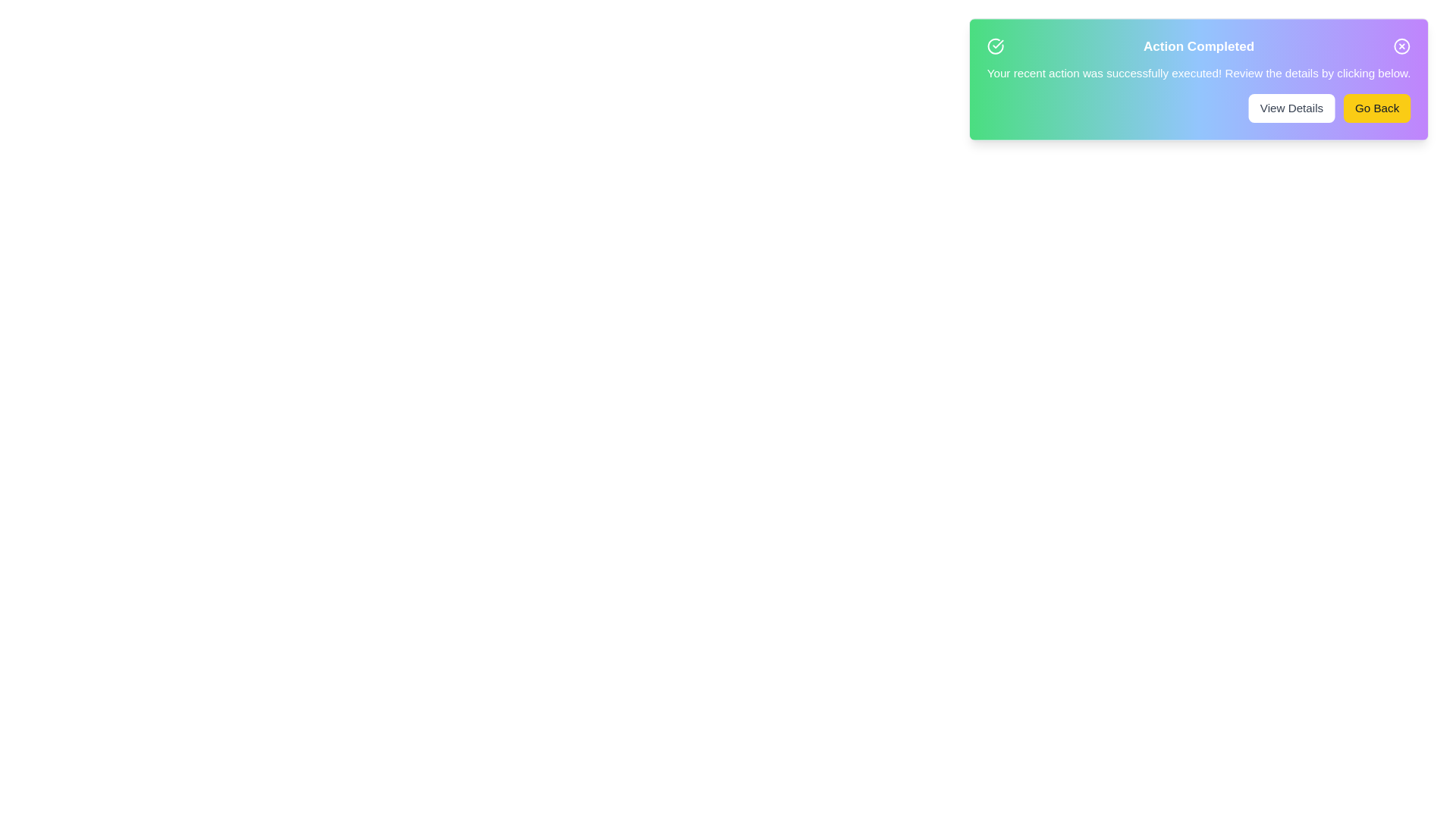  What do you see at coordinates (1401, 45) in the screenshot?
I see `the close button to dismiss the alert` at bounding box center [1401, 45].